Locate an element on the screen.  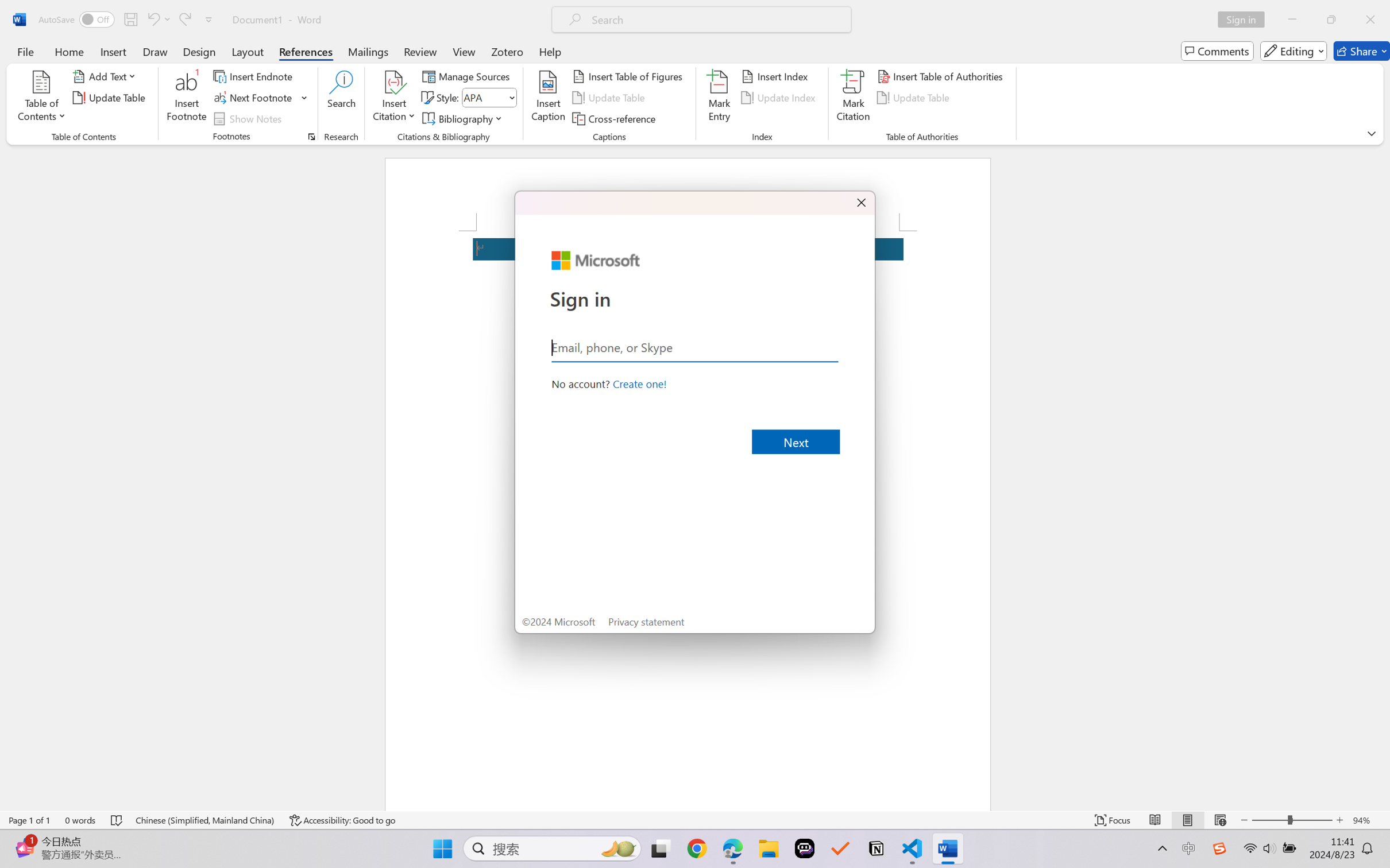
'Manage Sources...' is located at coordinates (468, 75).